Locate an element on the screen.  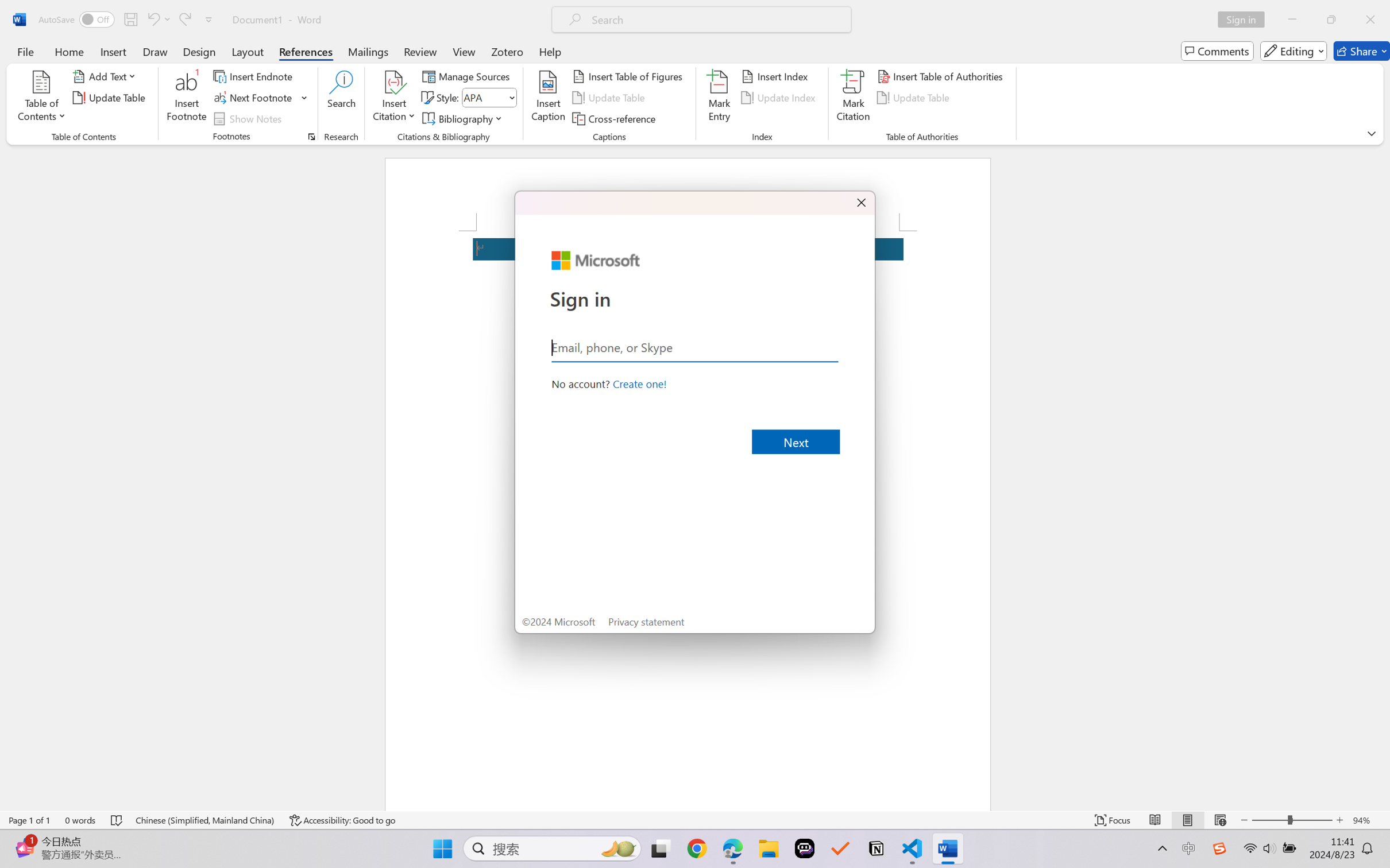
'Manage Sources...' is located at coordinates (468, 75).